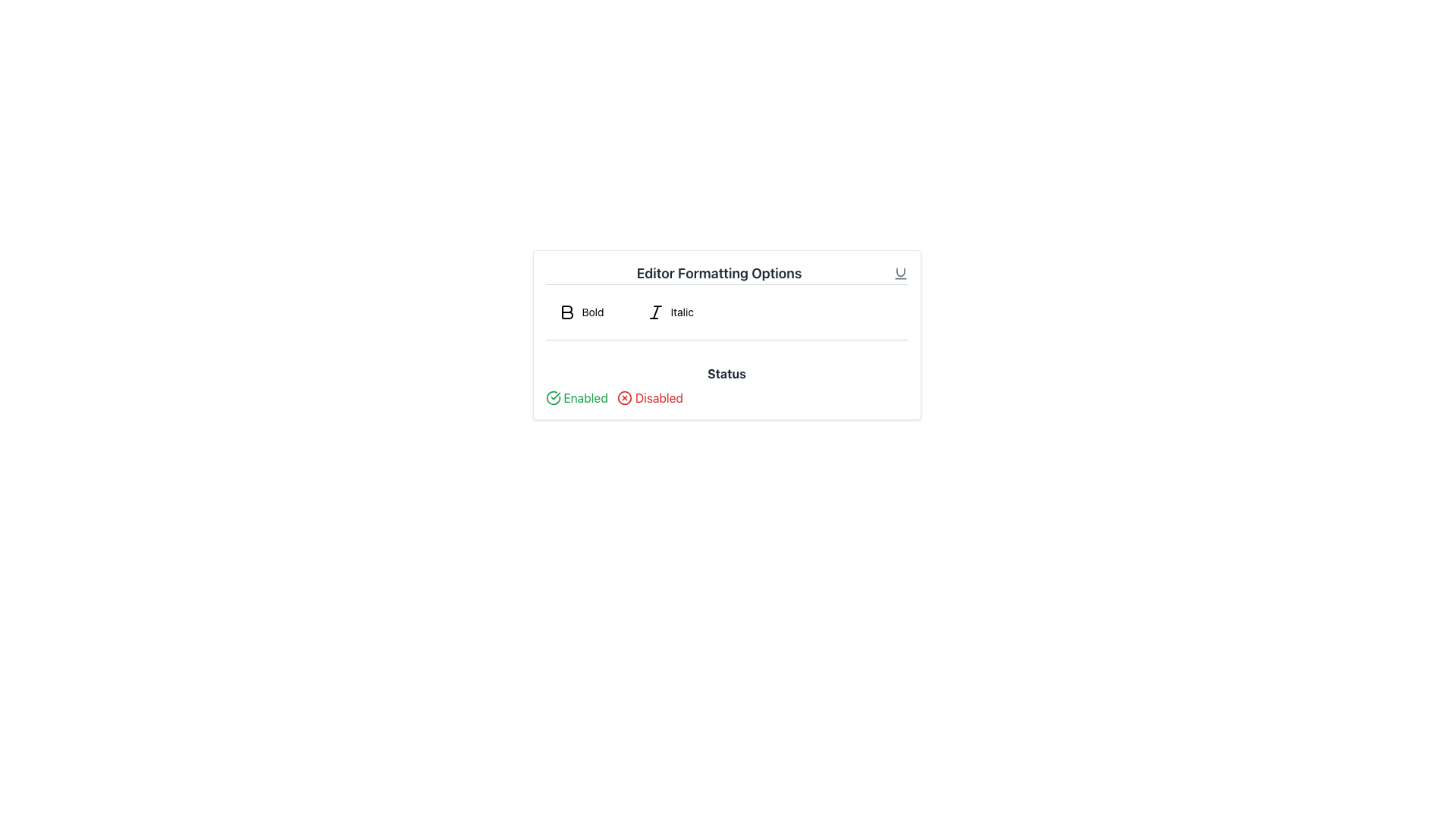 Image resolution: width=1456 pixels, height=819 pixels. What do you see at coordinates (566, 312) in the screenshot?
I see `the bold 'B' icon` at bounding box center [566, 312].